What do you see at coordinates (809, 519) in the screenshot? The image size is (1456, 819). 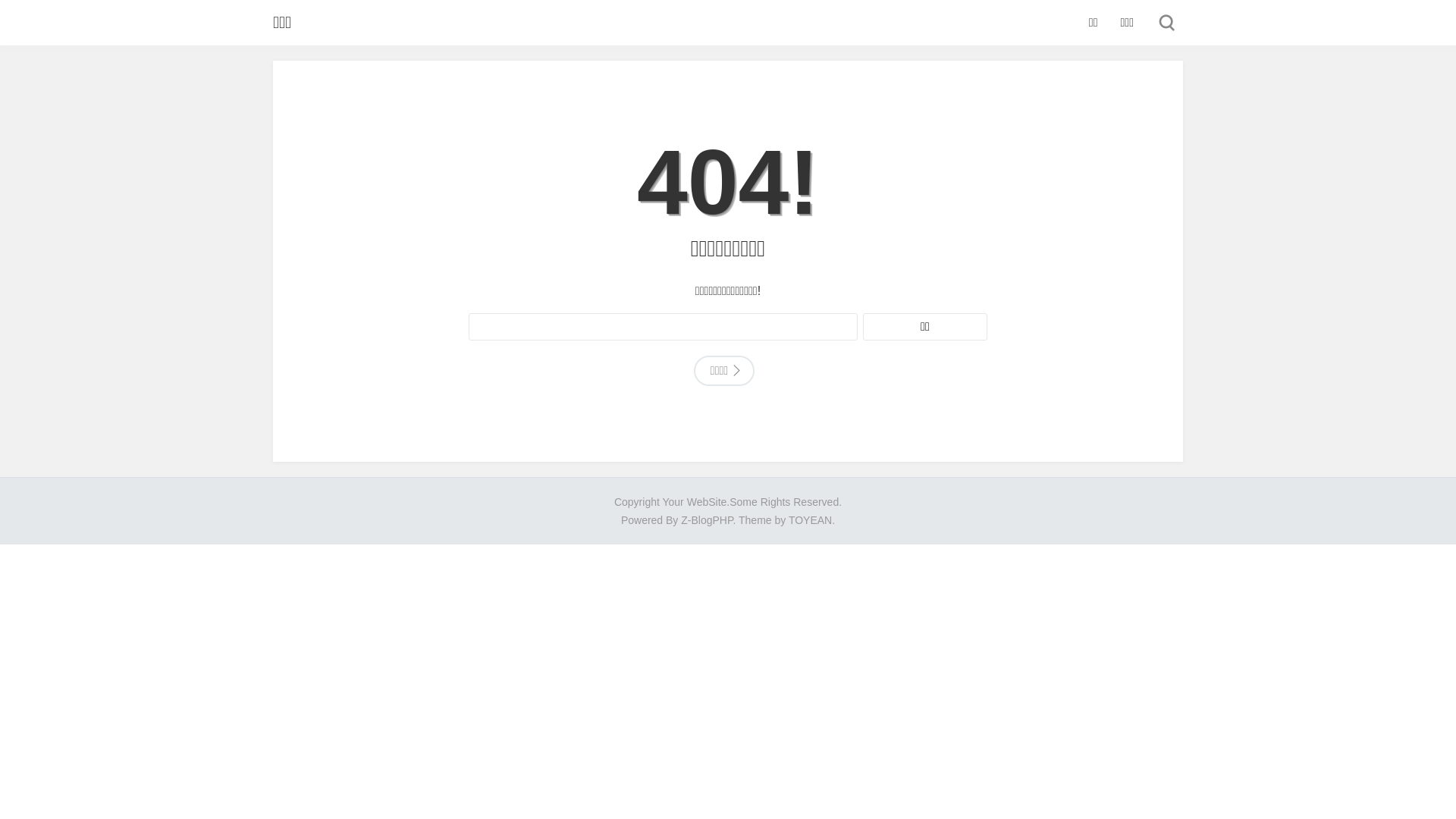 I see `'TOYEAN'` at bounding box center [809, 519].